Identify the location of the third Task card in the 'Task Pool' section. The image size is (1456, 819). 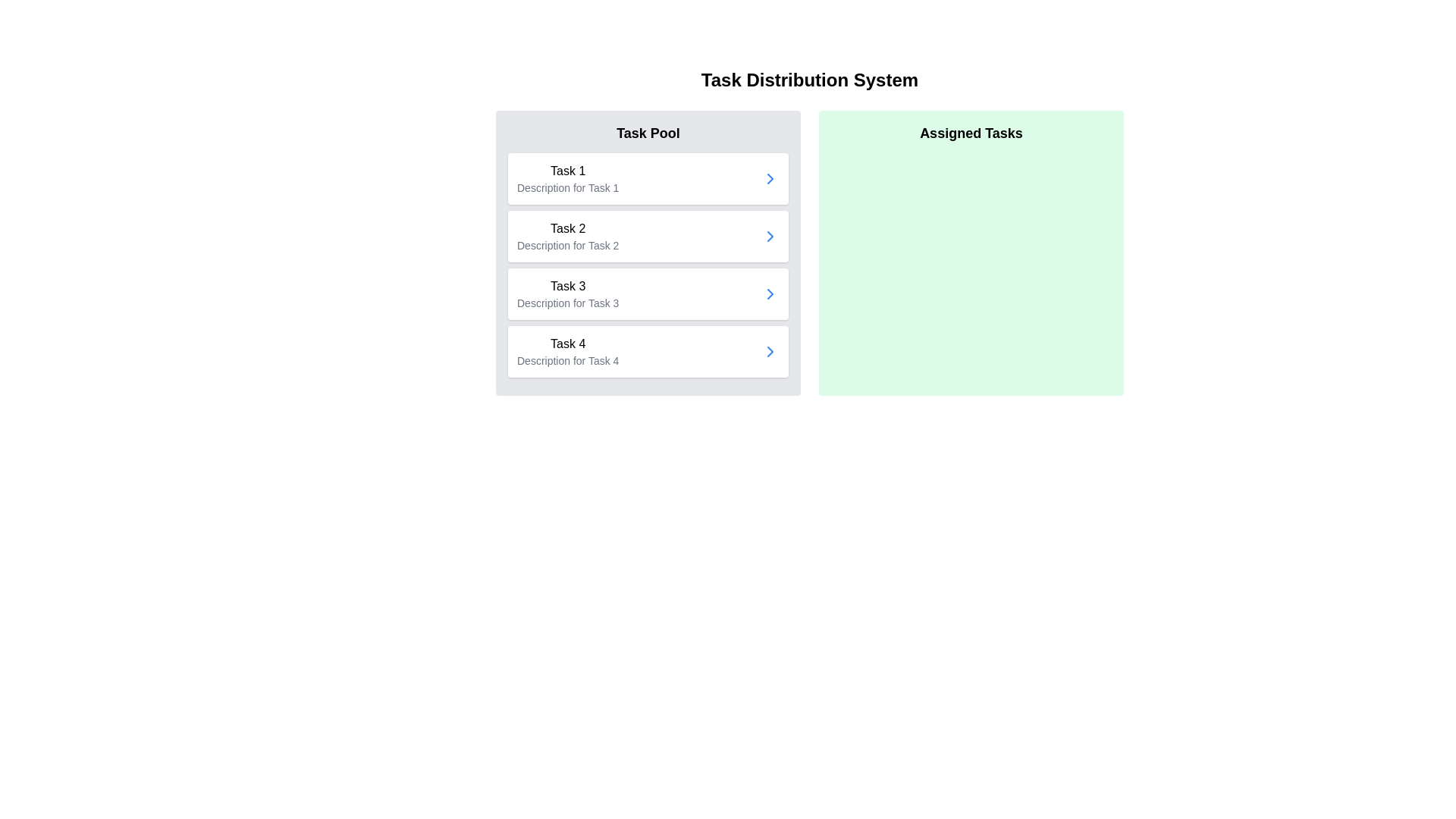
(567, 294).